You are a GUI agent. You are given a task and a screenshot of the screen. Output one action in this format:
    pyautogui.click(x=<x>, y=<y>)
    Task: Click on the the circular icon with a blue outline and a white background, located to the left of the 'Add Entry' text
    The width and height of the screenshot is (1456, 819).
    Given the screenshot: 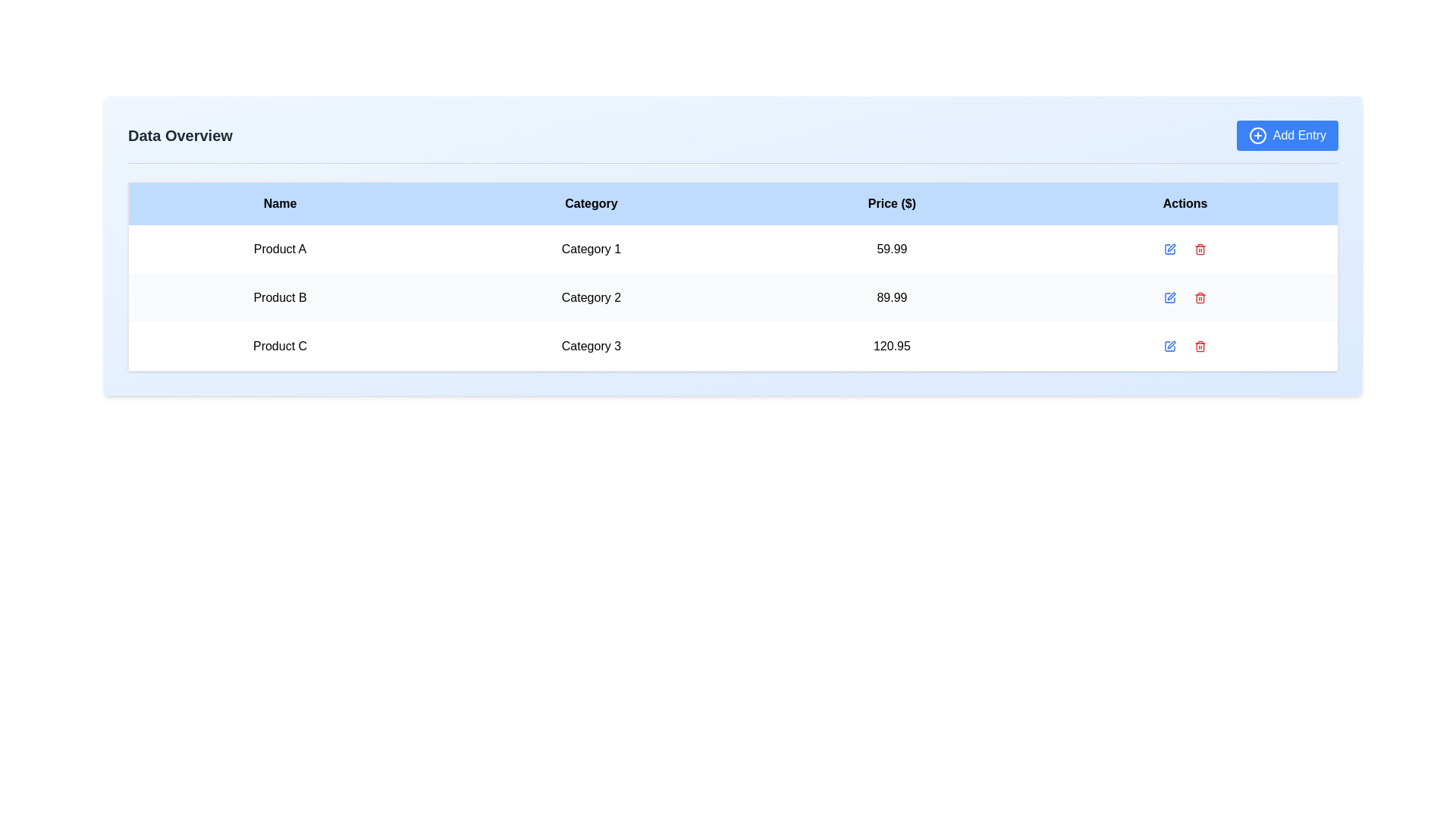 What is the action you would take?
    pyautogui.click(x=1257, y=134)
    